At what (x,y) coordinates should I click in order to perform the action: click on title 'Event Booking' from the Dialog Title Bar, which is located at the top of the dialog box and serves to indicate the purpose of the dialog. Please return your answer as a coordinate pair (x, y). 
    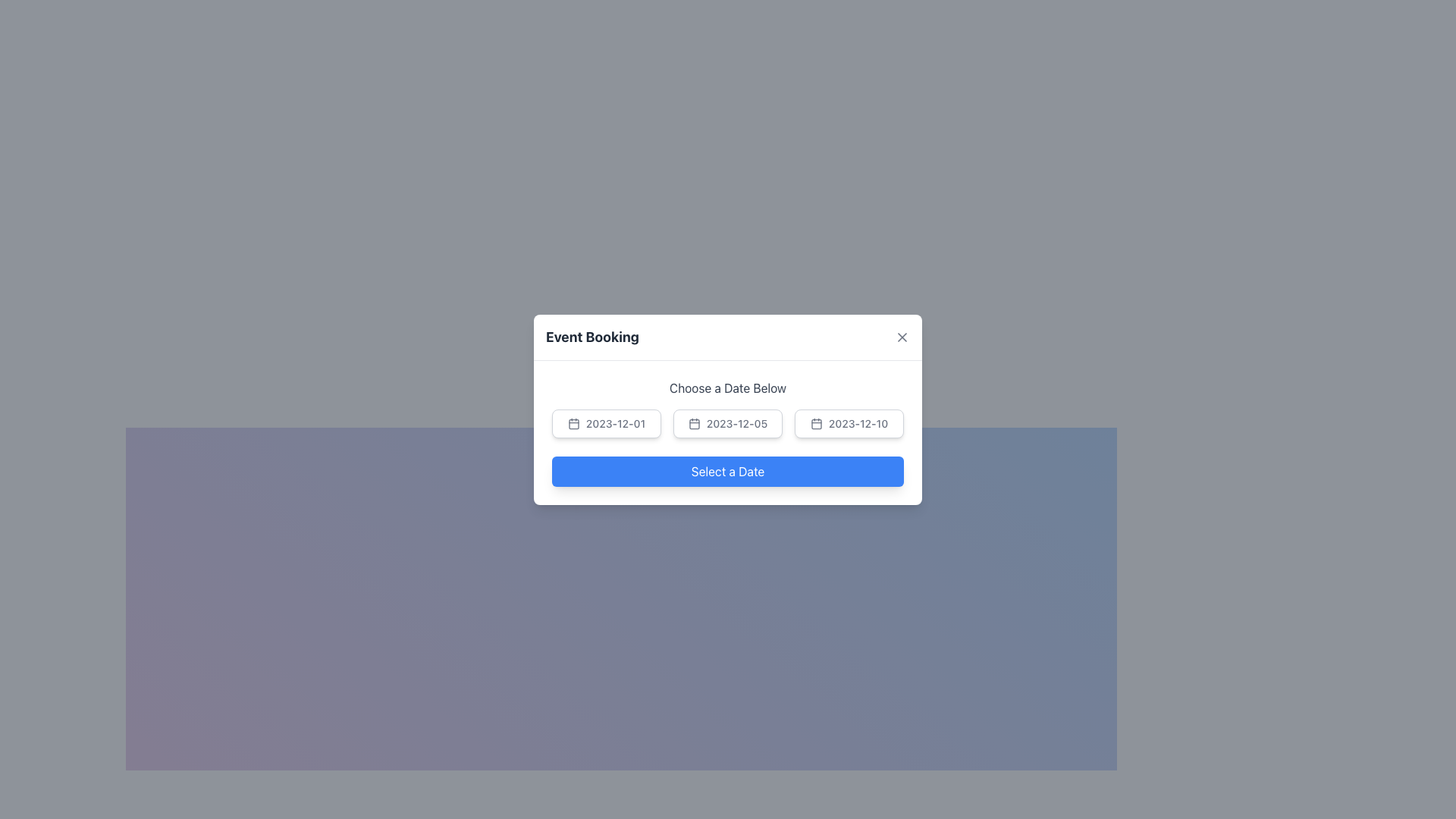
    Looking at the image, I should click on (728, 336).